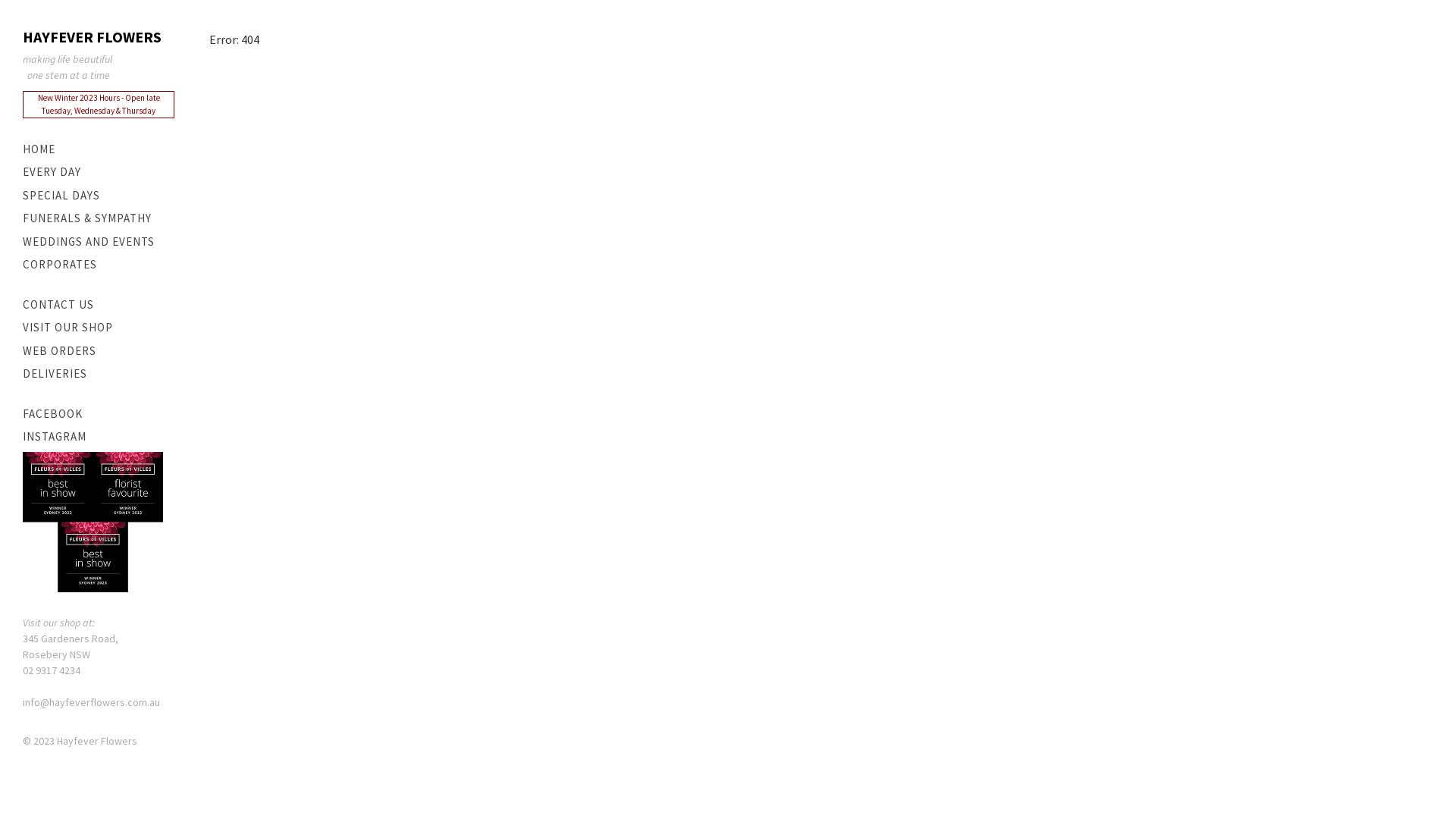 The image size is (1456, 819). What do you see at coordinates (22, 171) in the screenshot?
I see `'EVERY DAY'` at bounding box center [22, 171].